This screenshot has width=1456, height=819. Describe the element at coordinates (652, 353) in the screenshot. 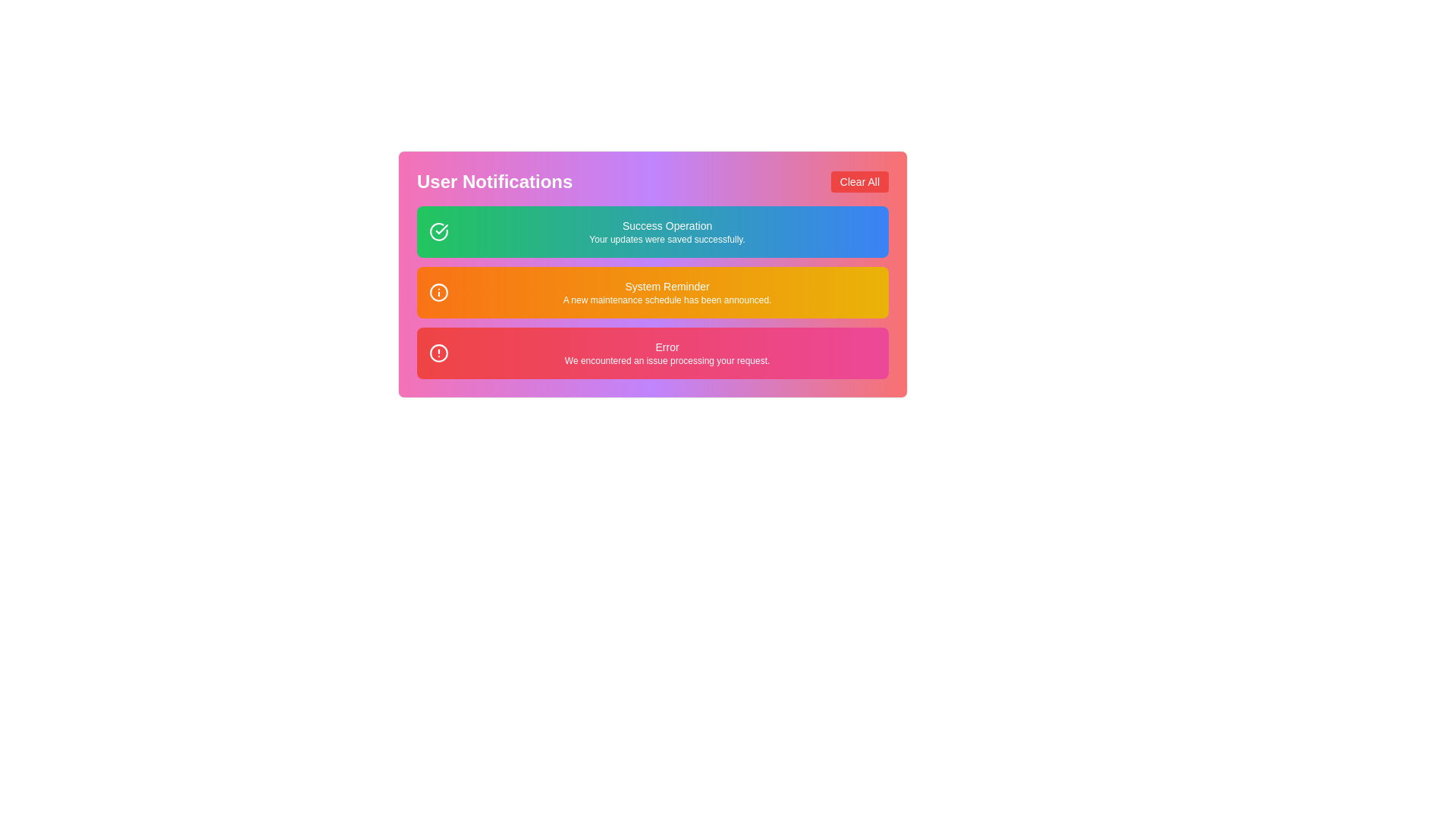

I see `the third Notification card, which serves as an alert for user errors and is located at the bottom of the notification list below the 'System Reminder'` at that location.